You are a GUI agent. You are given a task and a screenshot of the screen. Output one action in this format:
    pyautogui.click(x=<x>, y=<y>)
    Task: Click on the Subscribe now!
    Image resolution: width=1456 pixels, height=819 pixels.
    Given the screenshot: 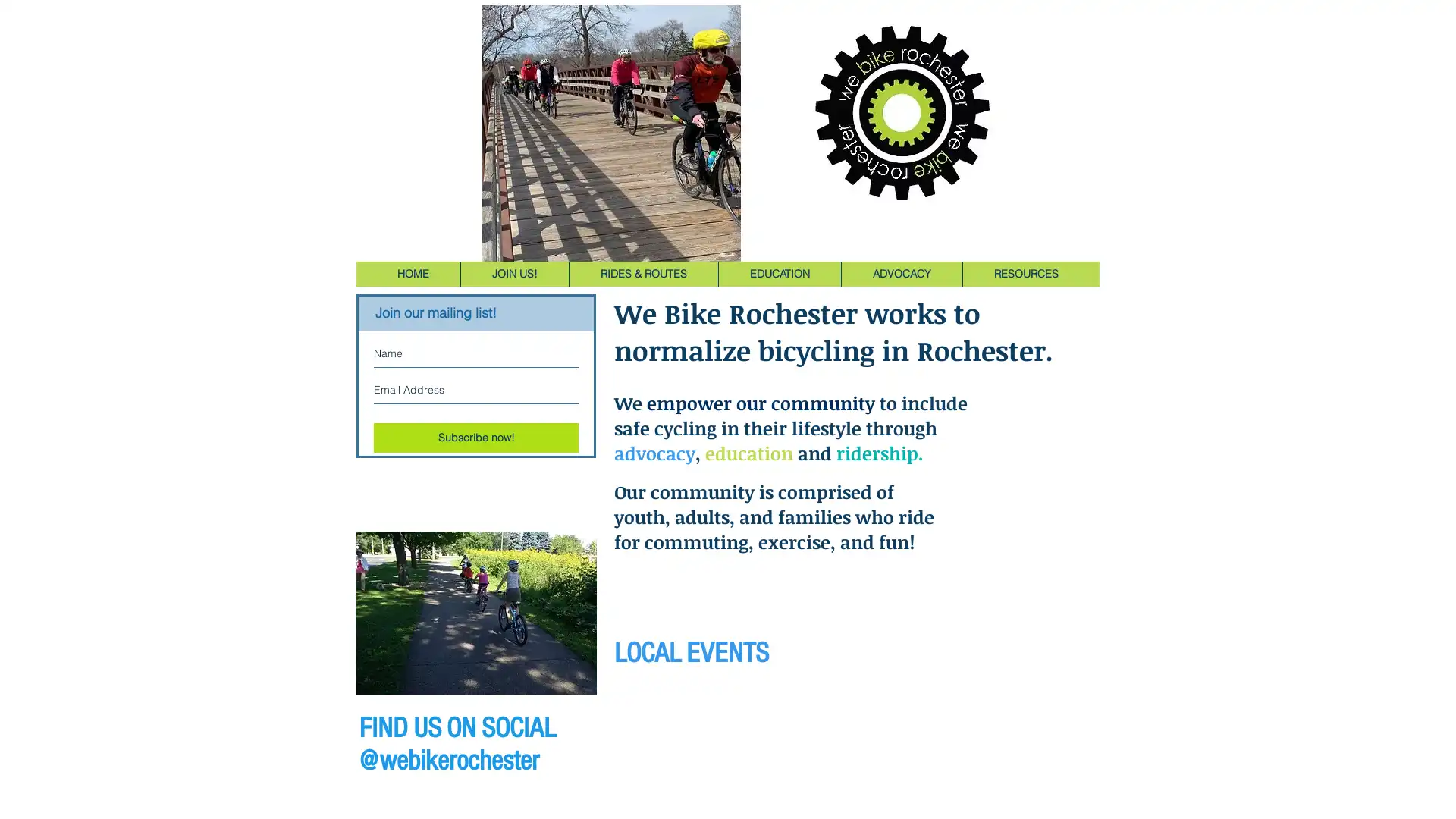 What is the action you would take?
    pyautogui.click(x=475, y=438)
    